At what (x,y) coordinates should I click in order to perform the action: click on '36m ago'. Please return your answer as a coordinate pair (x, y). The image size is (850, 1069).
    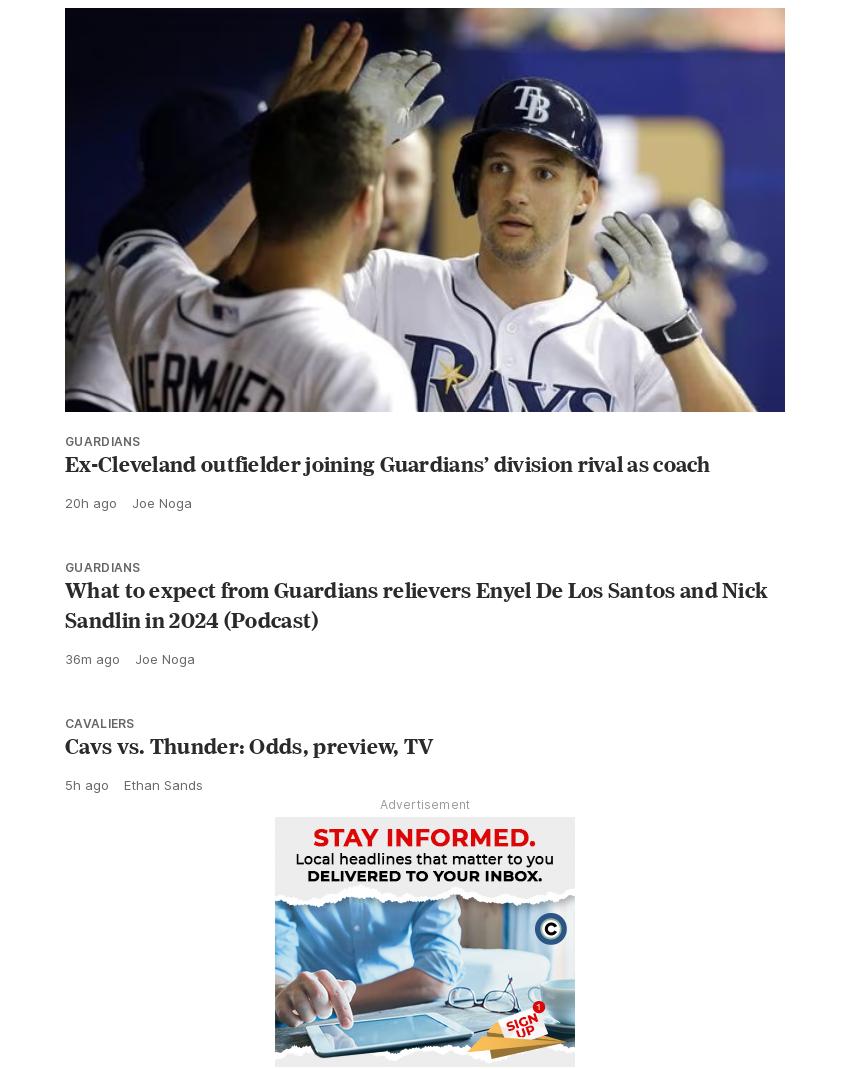
    Looking at the image, I should click on (91, 701).